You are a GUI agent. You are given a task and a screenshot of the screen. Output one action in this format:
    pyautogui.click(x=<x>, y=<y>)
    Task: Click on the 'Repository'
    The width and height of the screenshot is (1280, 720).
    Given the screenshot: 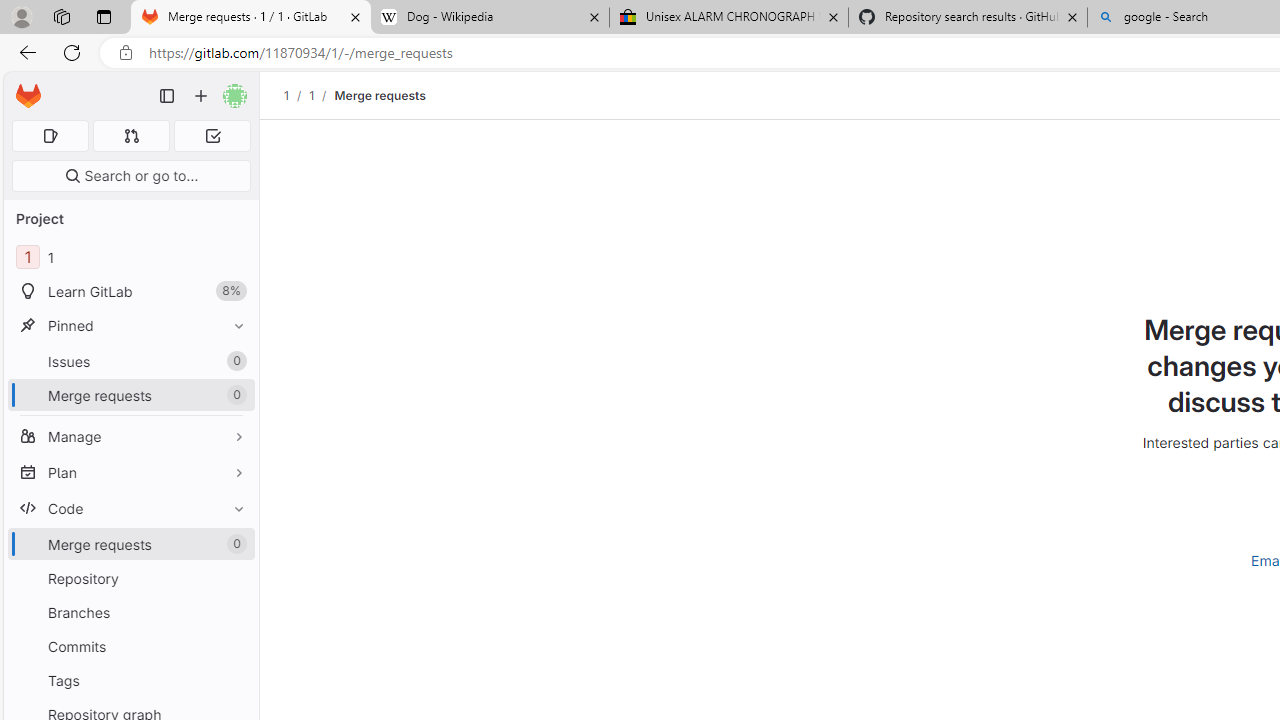 What is the action you would take?
    pyautogui.click(x=130, y=578)
    